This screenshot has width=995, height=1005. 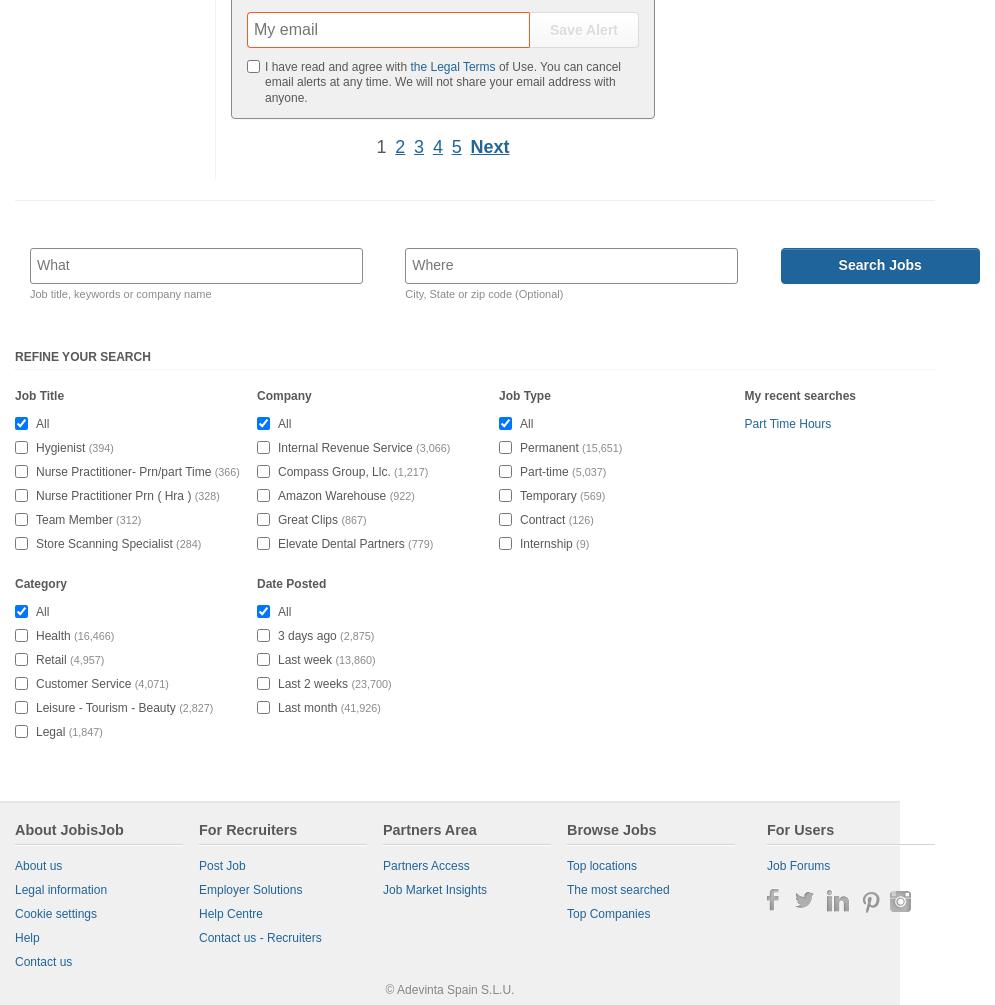 I want to click on 'About JobisJob', so click(x=67, y=829).